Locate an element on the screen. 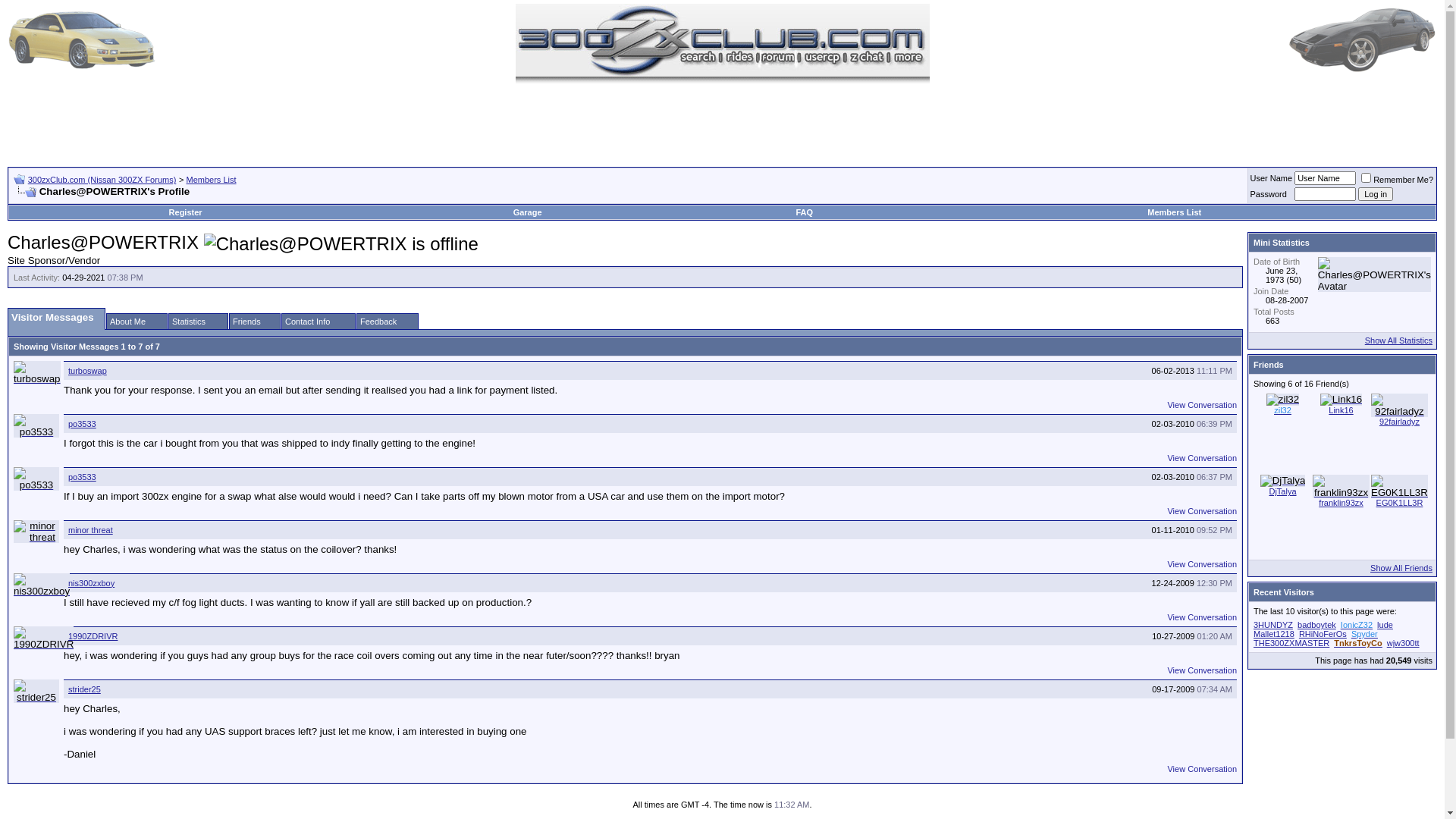 This screenshot has width=1456, height=819. 'po3533' is located at coordinates (81, 475).